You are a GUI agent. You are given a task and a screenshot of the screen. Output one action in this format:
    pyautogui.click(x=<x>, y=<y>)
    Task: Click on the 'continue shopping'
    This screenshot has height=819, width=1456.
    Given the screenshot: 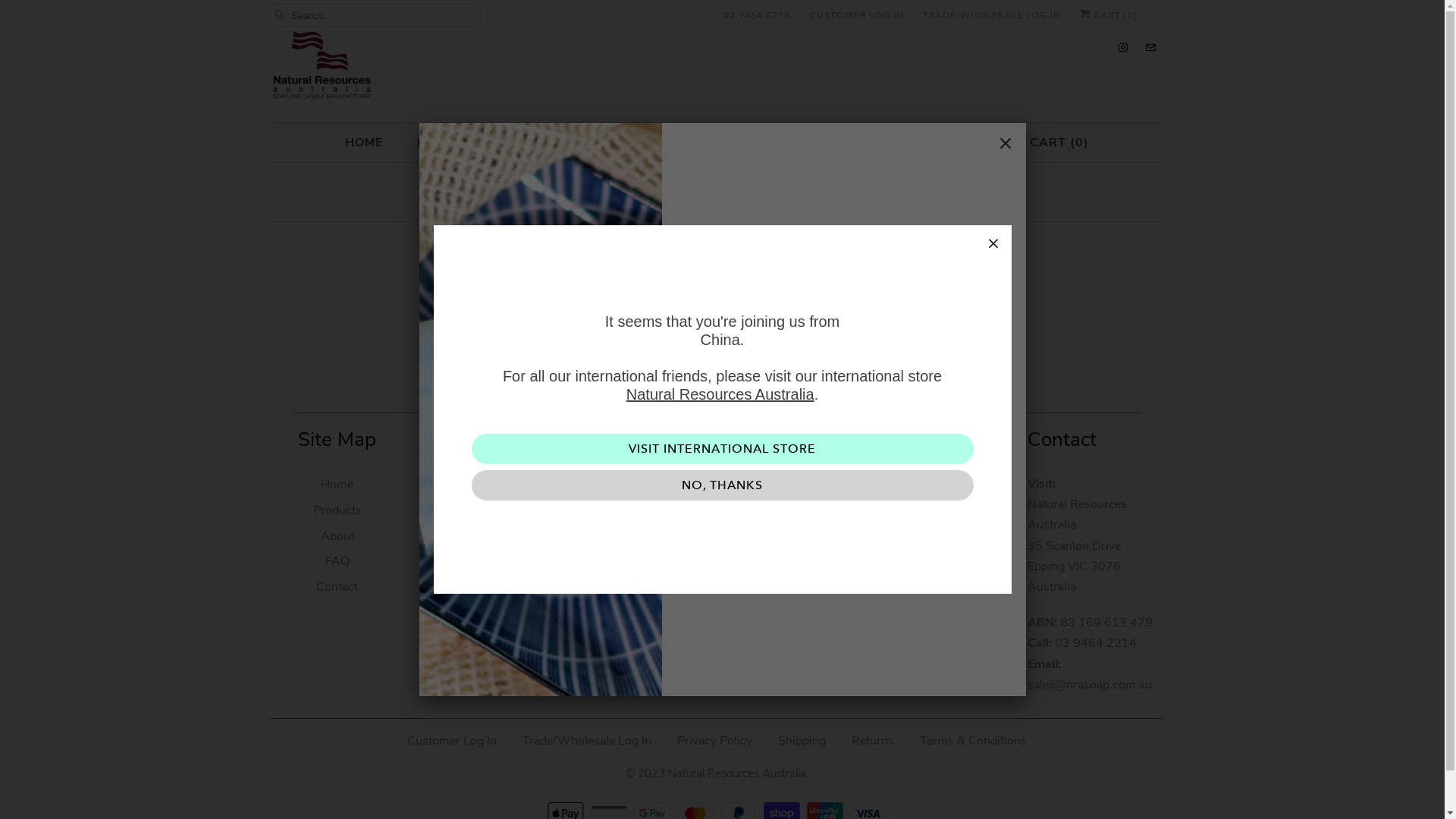 What is the action you would take?
    pyautogui.click(x=767, y=292)
    